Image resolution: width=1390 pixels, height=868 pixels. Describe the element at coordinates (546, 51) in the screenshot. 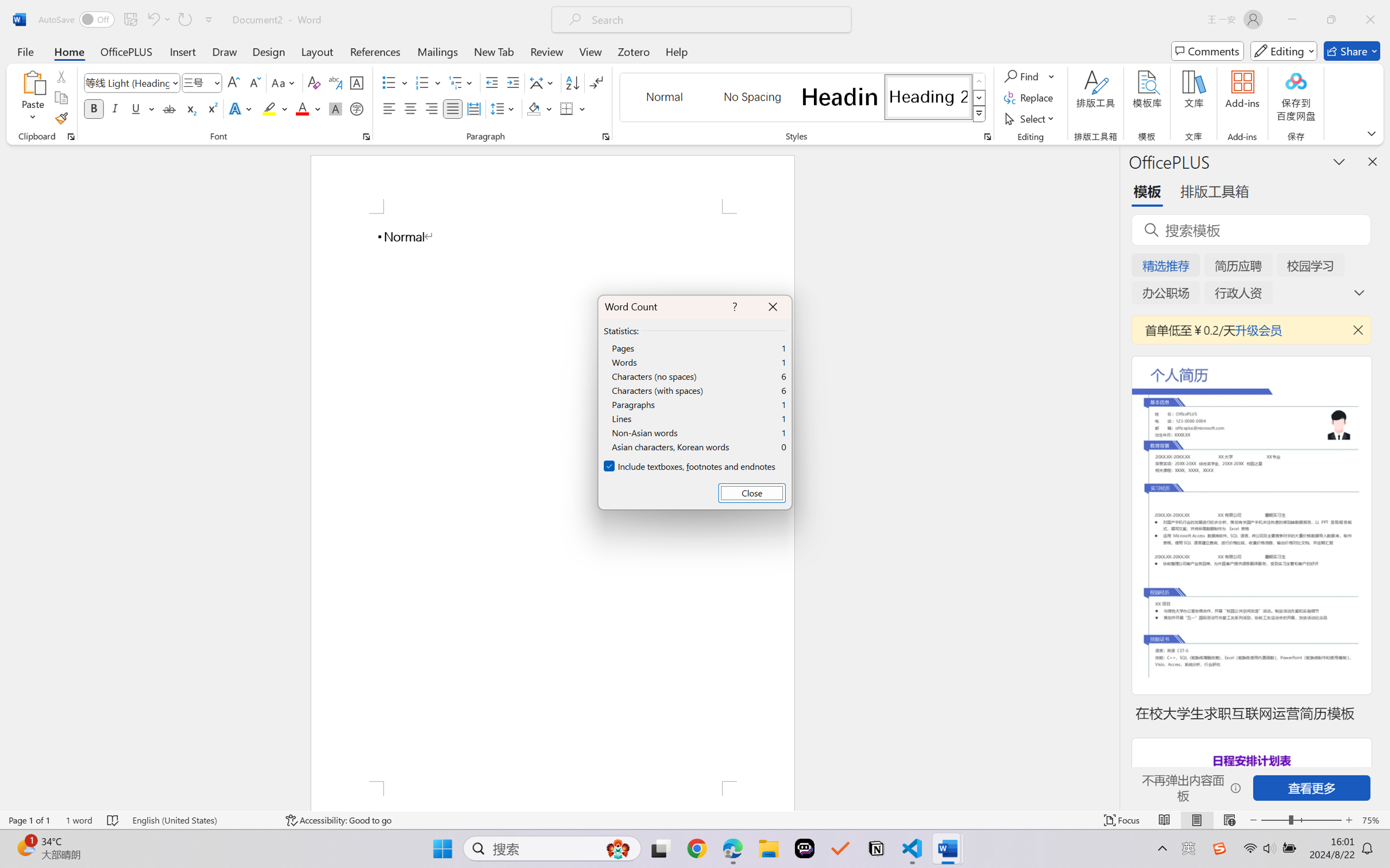

I see `'Review'` at that location.